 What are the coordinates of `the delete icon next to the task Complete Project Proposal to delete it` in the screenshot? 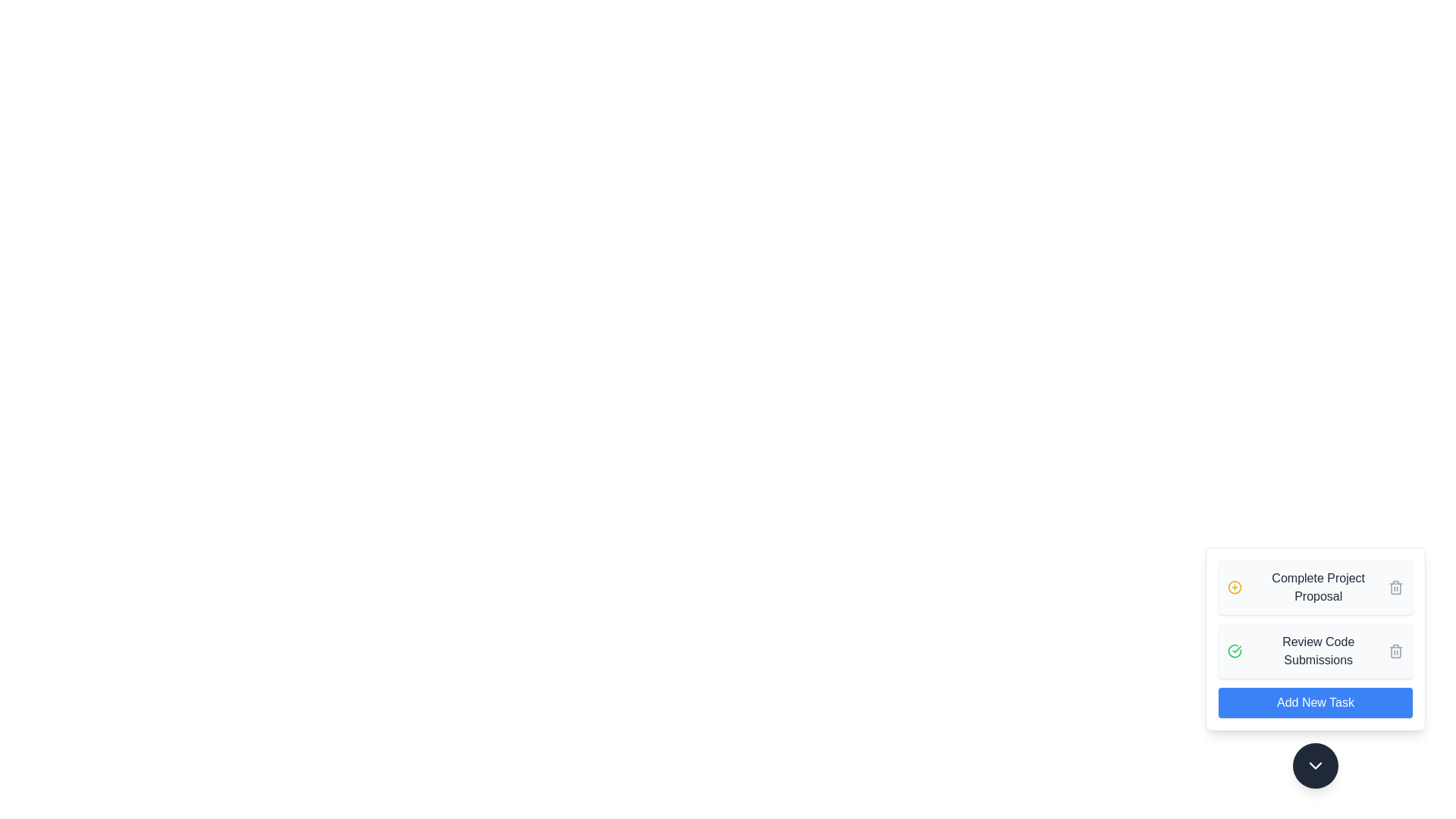 It's located at (1395, 587).